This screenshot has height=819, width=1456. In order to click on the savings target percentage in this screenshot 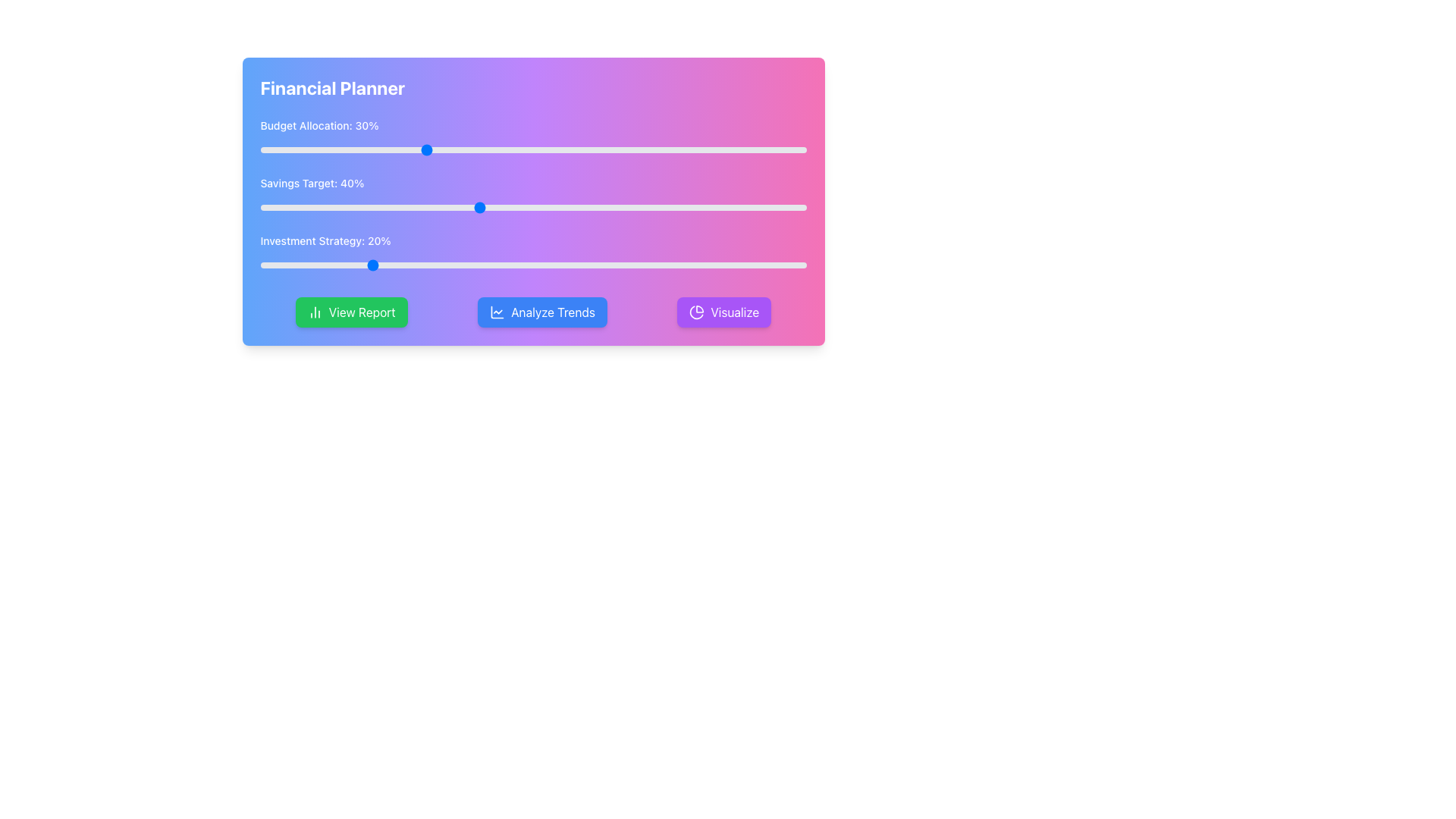, I will do `click(419, 207)`.